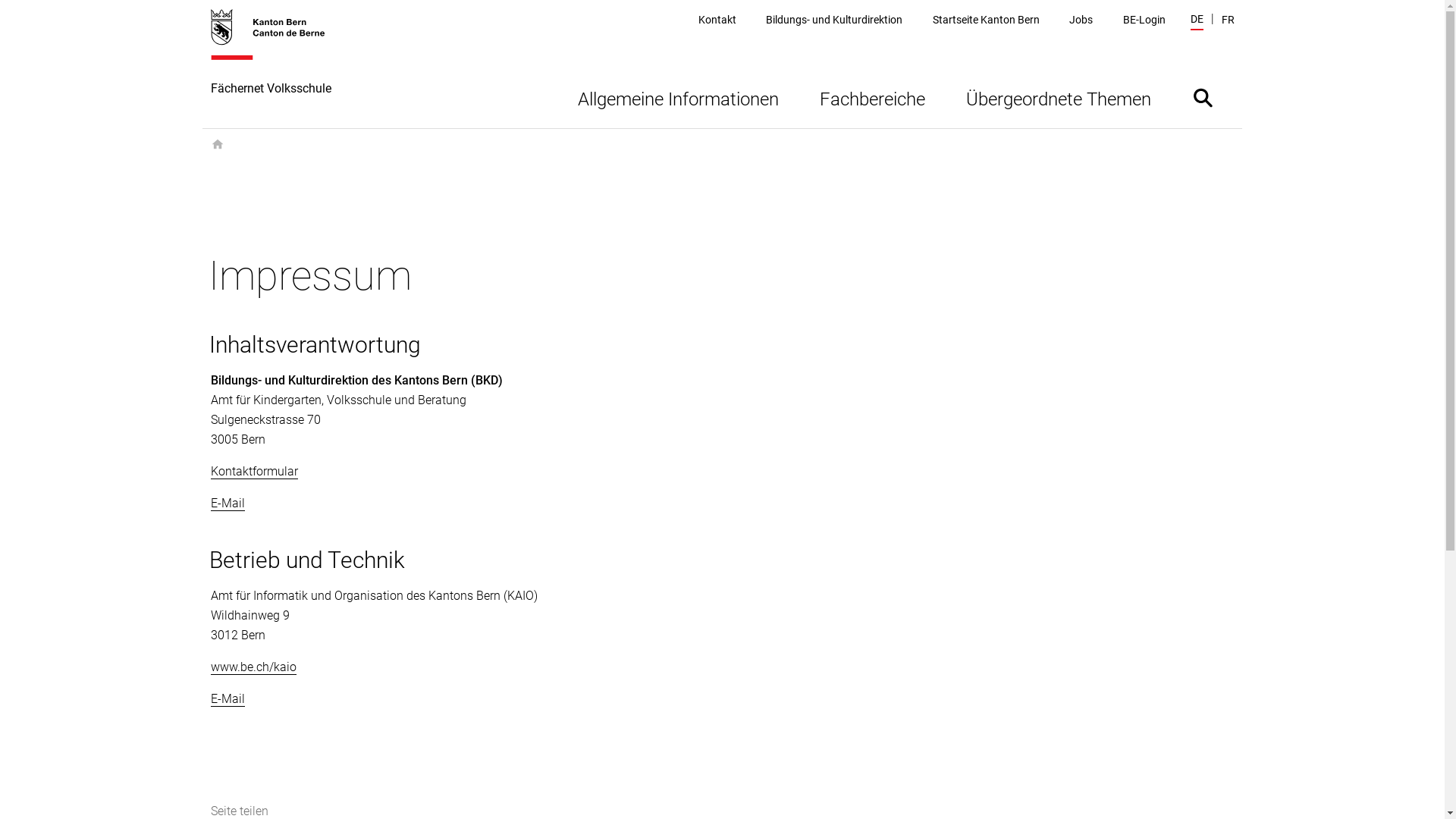 This screenshot has height=819, width=1456. Describe the element at coordinates (227, 698) in the screenshot. I see `'E-Mail'` at that location.